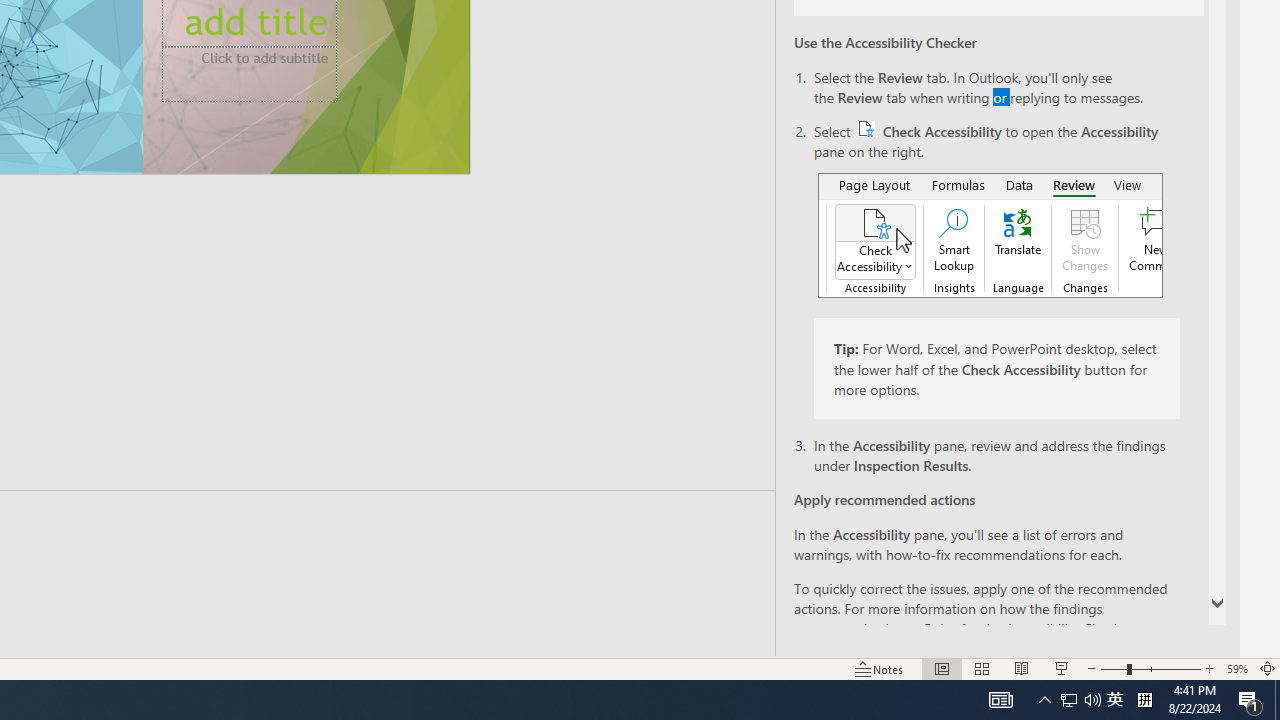 The width and height of the screenshot is (1280, 720). What do you see at coordinates (1236, 669) in the screenshot?
I see `'Zoom 59%'` at bounding box center [1236, 669].